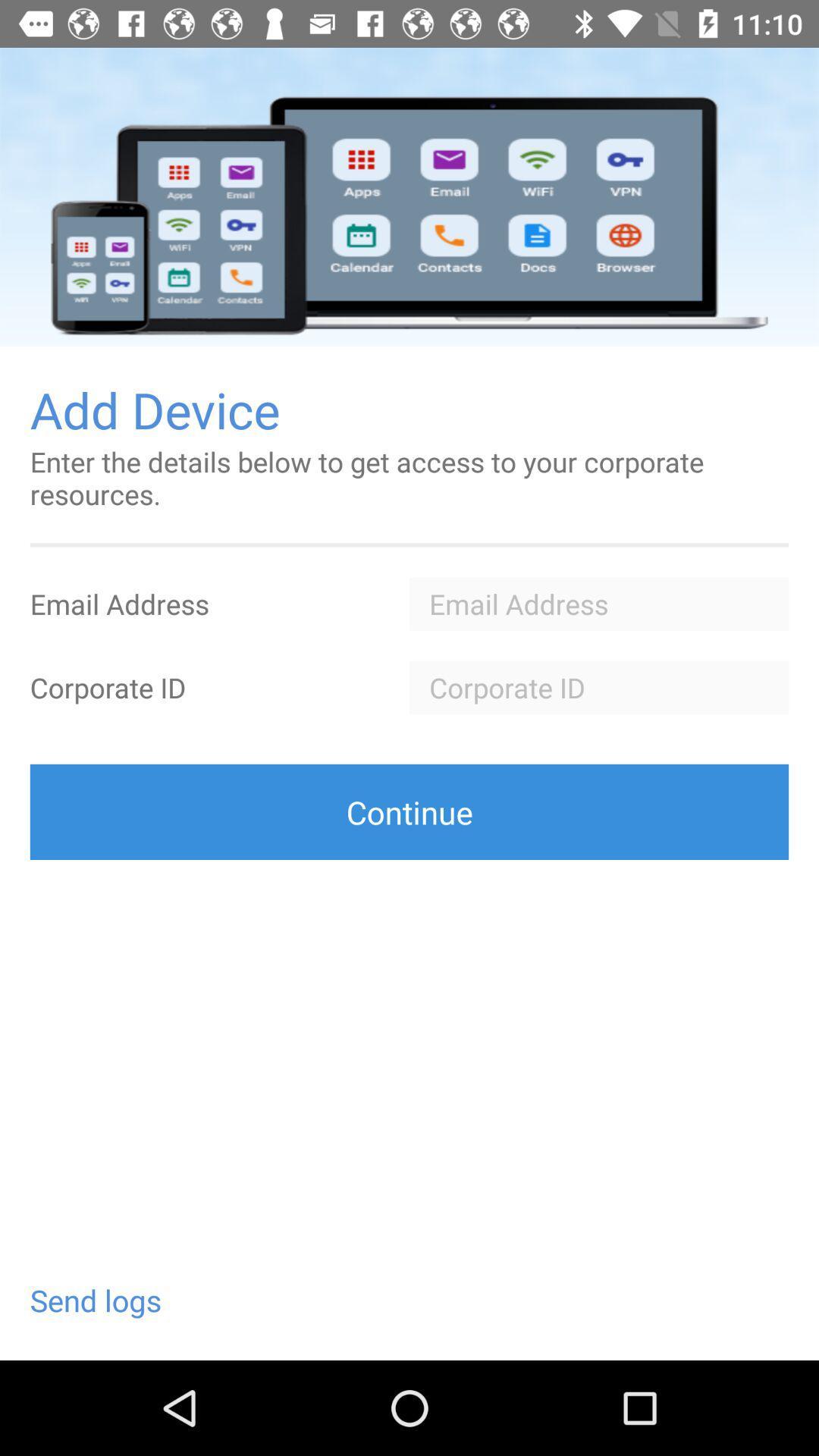 This screenshot has height=1456, width=819. Describe the element at coordinates (598, 686) in the screenshot. I see `information` at that location.